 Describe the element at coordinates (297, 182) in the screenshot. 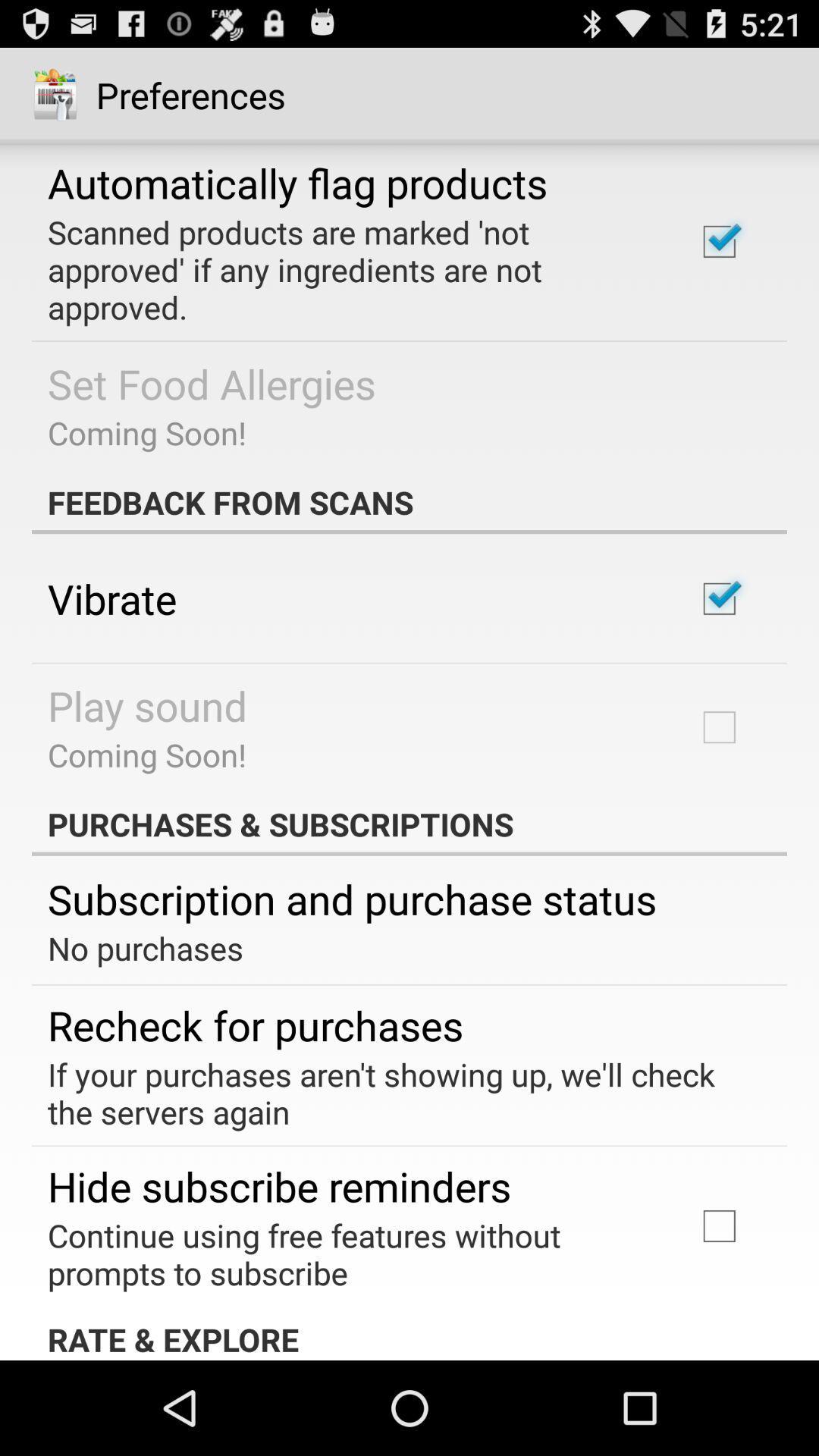

I see `the automatically flag products app` at that location.